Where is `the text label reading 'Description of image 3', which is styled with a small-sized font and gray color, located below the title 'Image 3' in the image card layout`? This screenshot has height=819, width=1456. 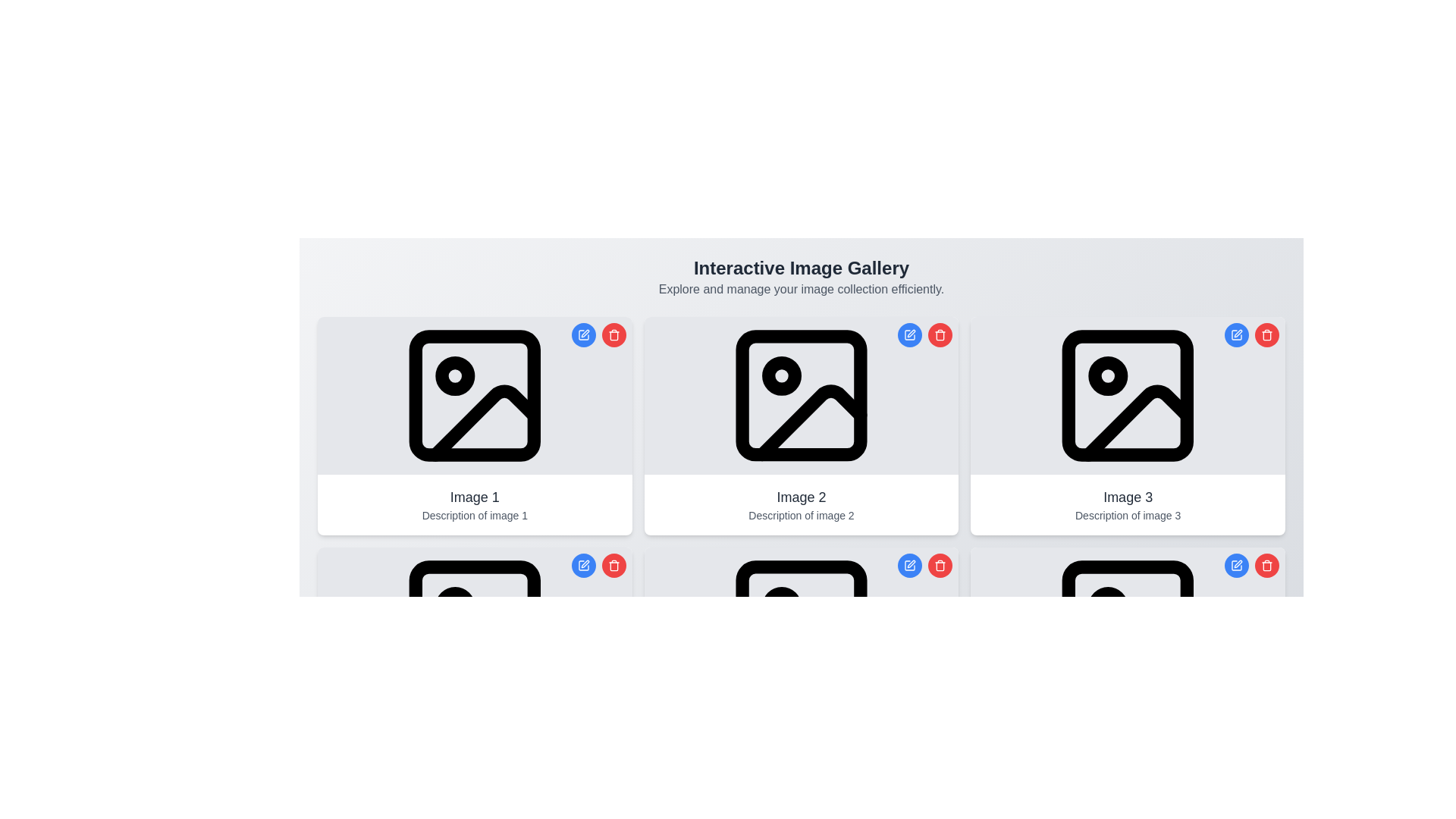
the text label reading 'Description of image 3', which is styled with a small-sized font and gray color, located below the title 'Image 3' in the image card layout is located at coordinates (1128, 514).